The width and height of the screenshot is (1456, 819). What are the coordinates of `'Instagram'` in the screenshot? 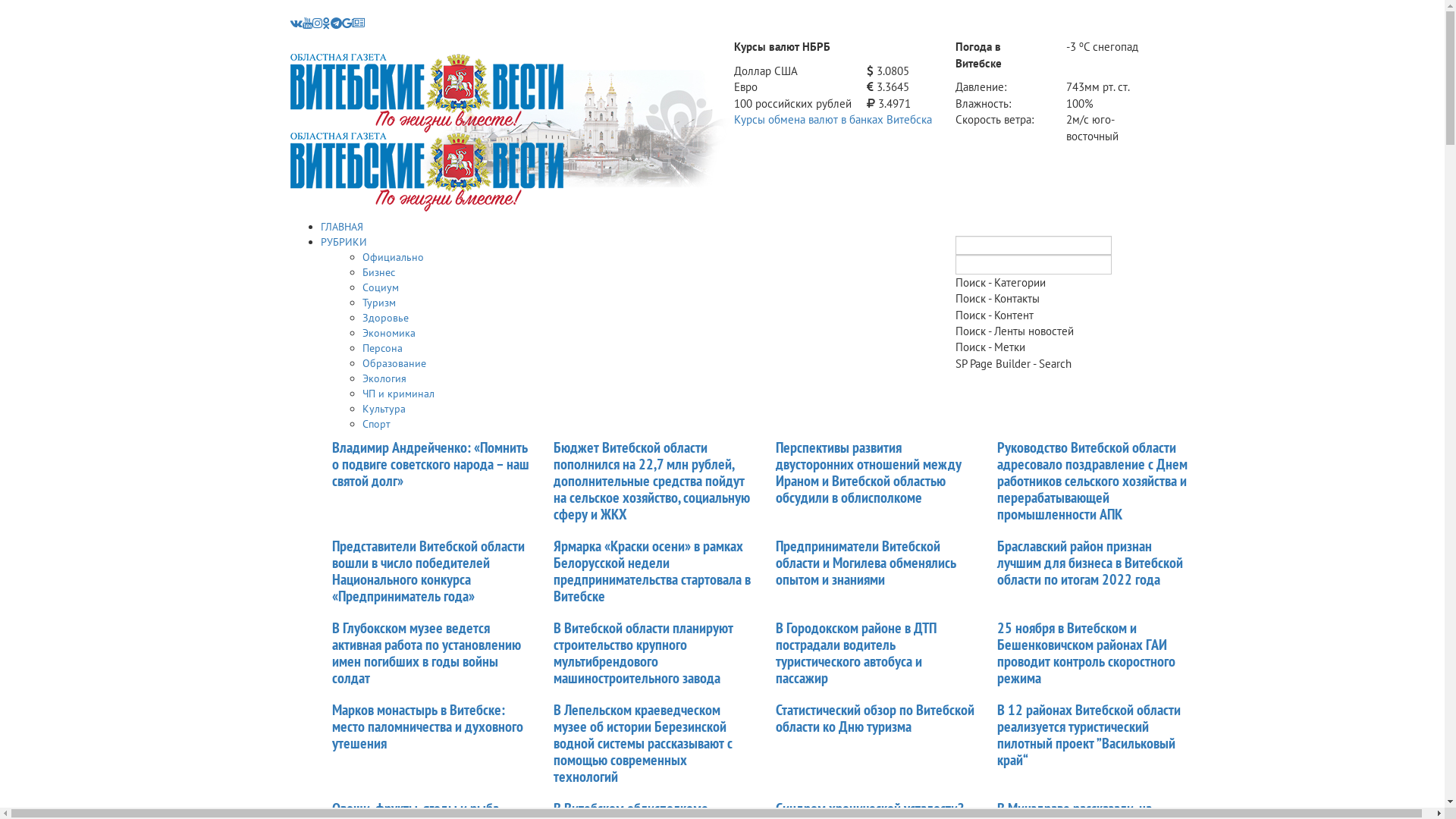 It's located at (316, 23).